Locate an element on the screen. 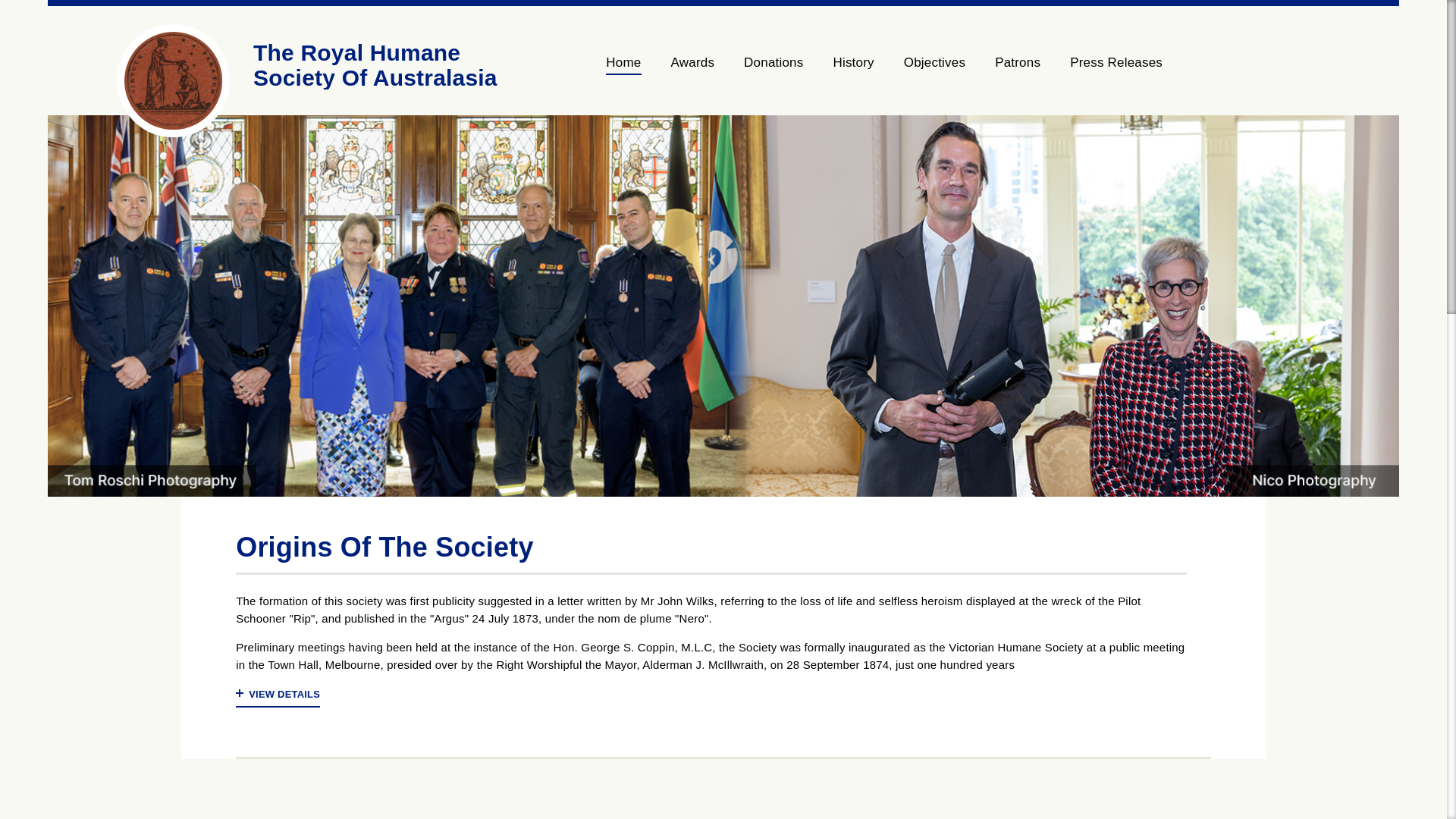 The image size is (1456, 819). 'Awards' is located at coordinates (692, 69).